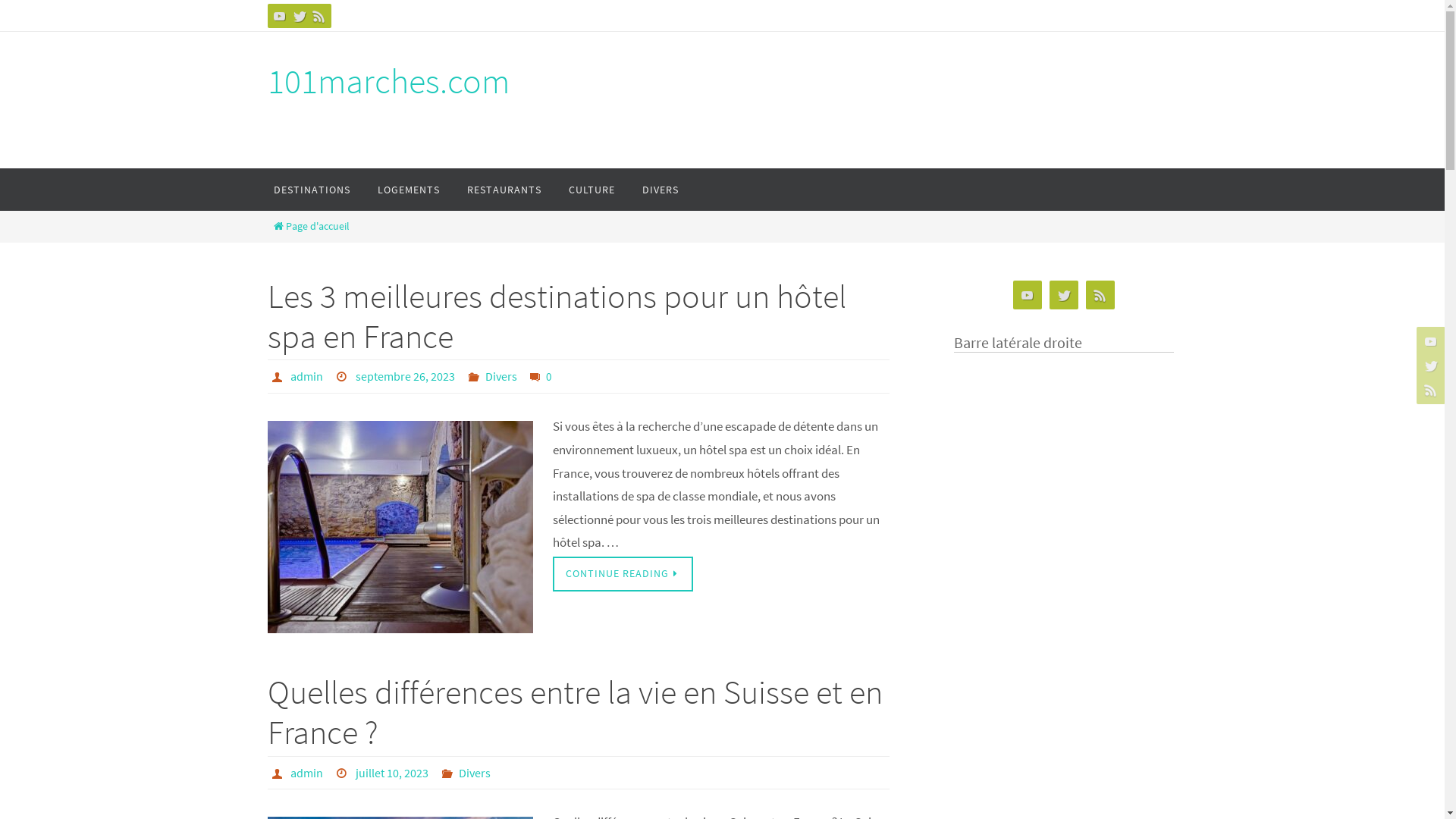  Describe the element at coordinates (1427, 388) in the screenshot. I see `'RSS'` at that location.